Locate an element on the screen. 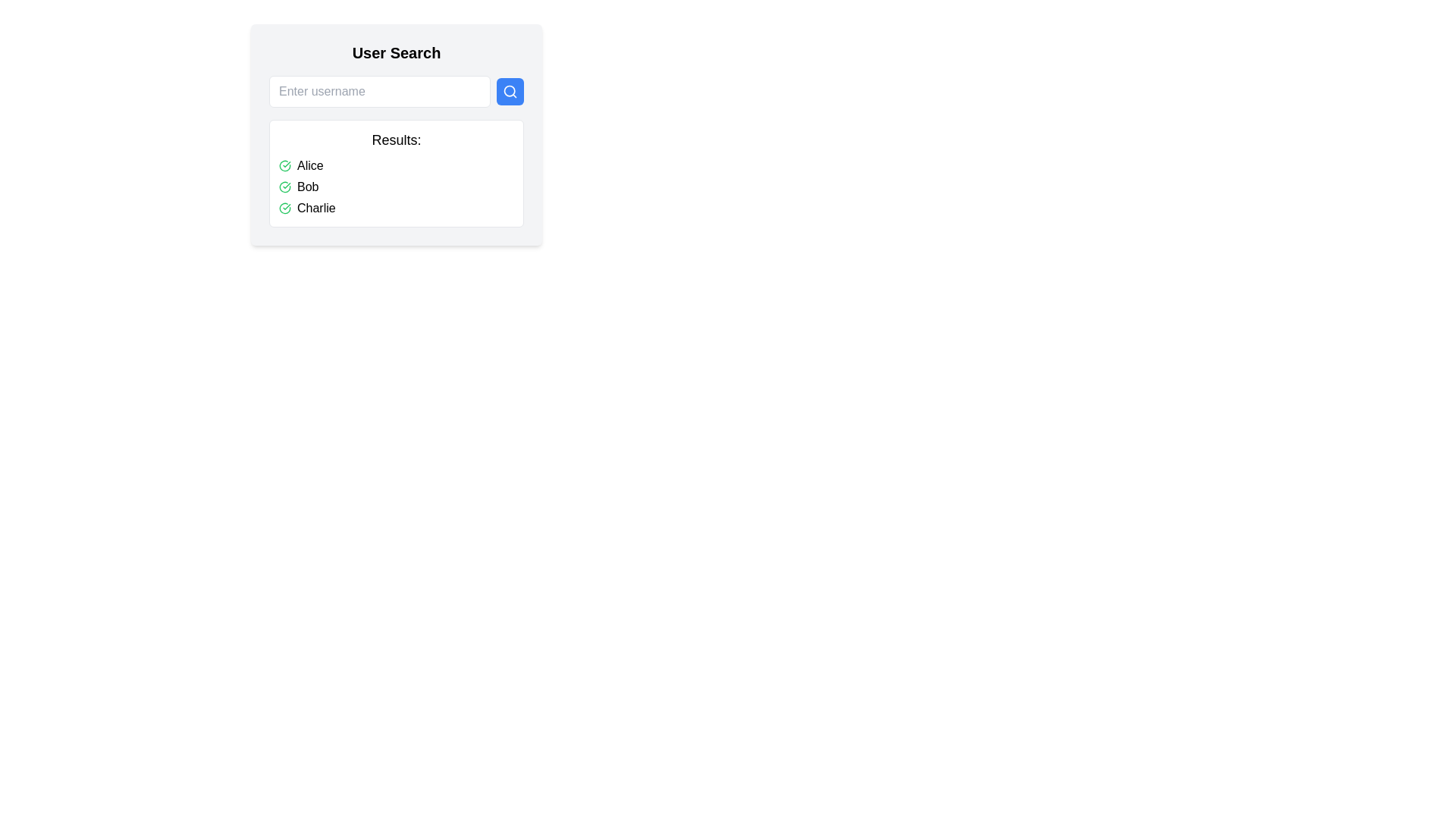  the second item in the results list under the 'User Search' section, which displays options with accompanying icons is located at coordinates (397, 186).